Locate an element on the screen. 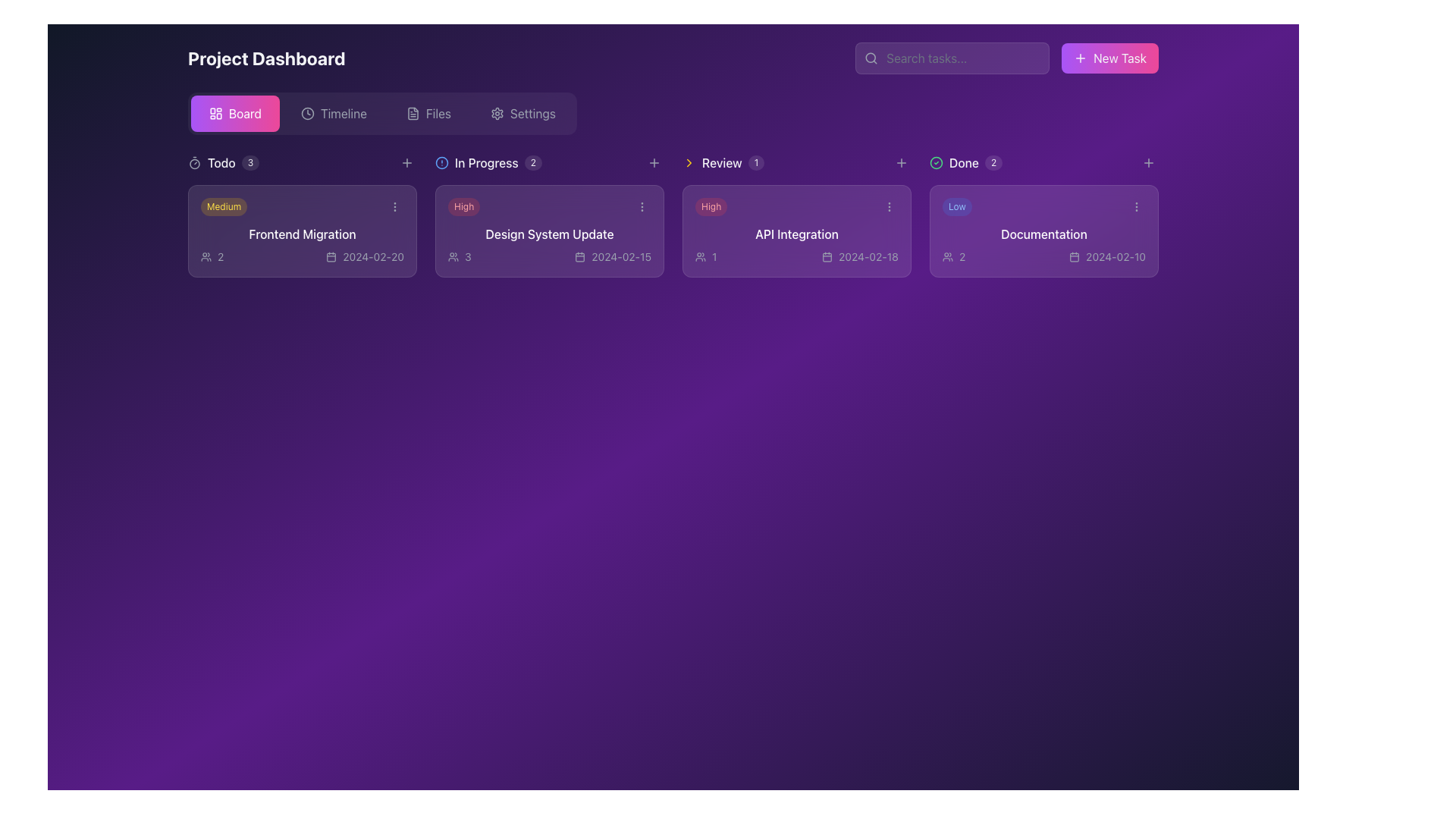  the button is located at coordinates (1149, 163).